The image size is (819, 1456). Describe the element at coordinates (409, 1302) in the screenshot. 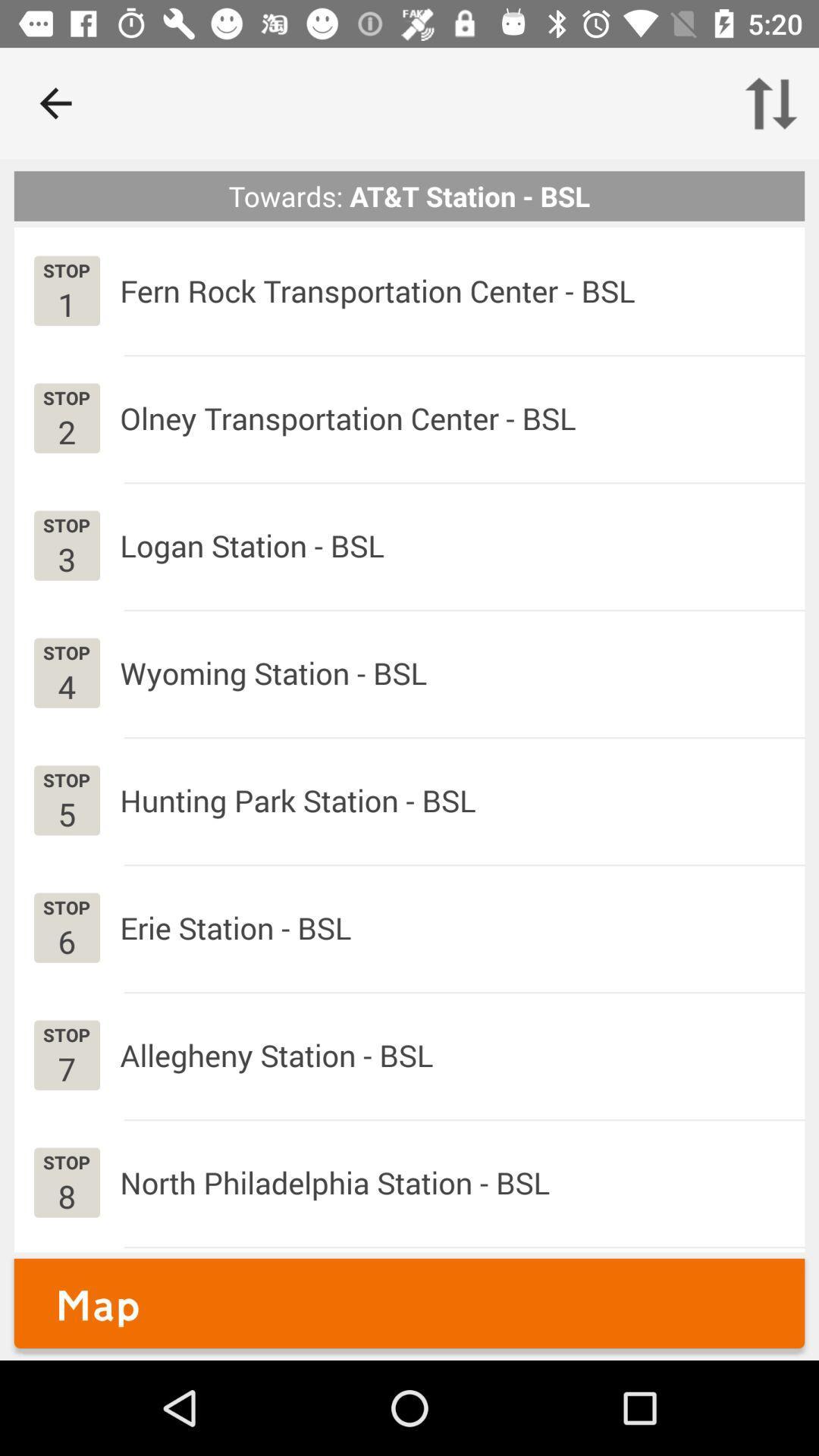

I see `map item` at that location.